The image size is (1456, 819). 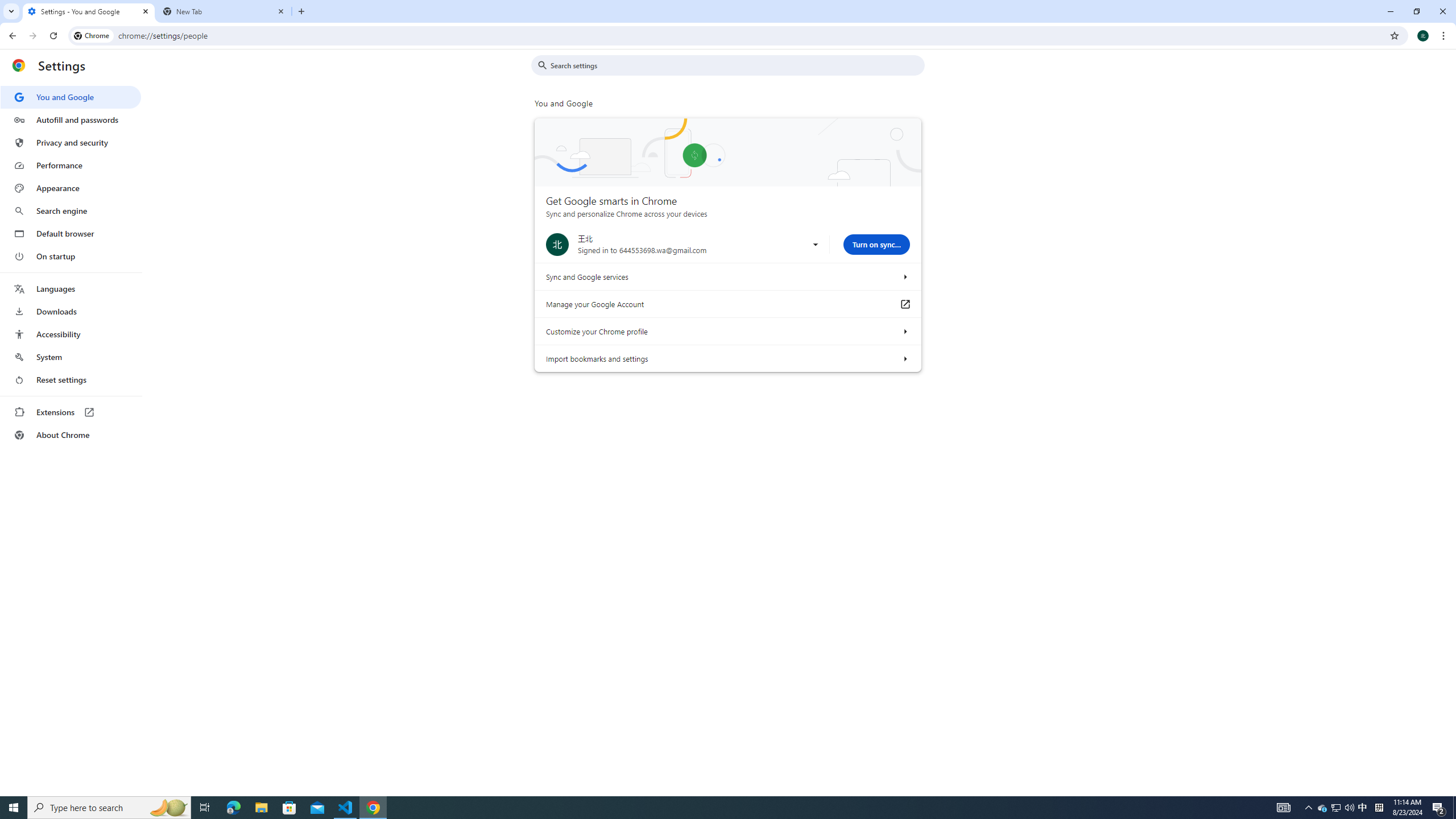 What do you see at coordinates (70, 165) in the screenshot?
I see `'Performance'` at bounding box center [70, 165].